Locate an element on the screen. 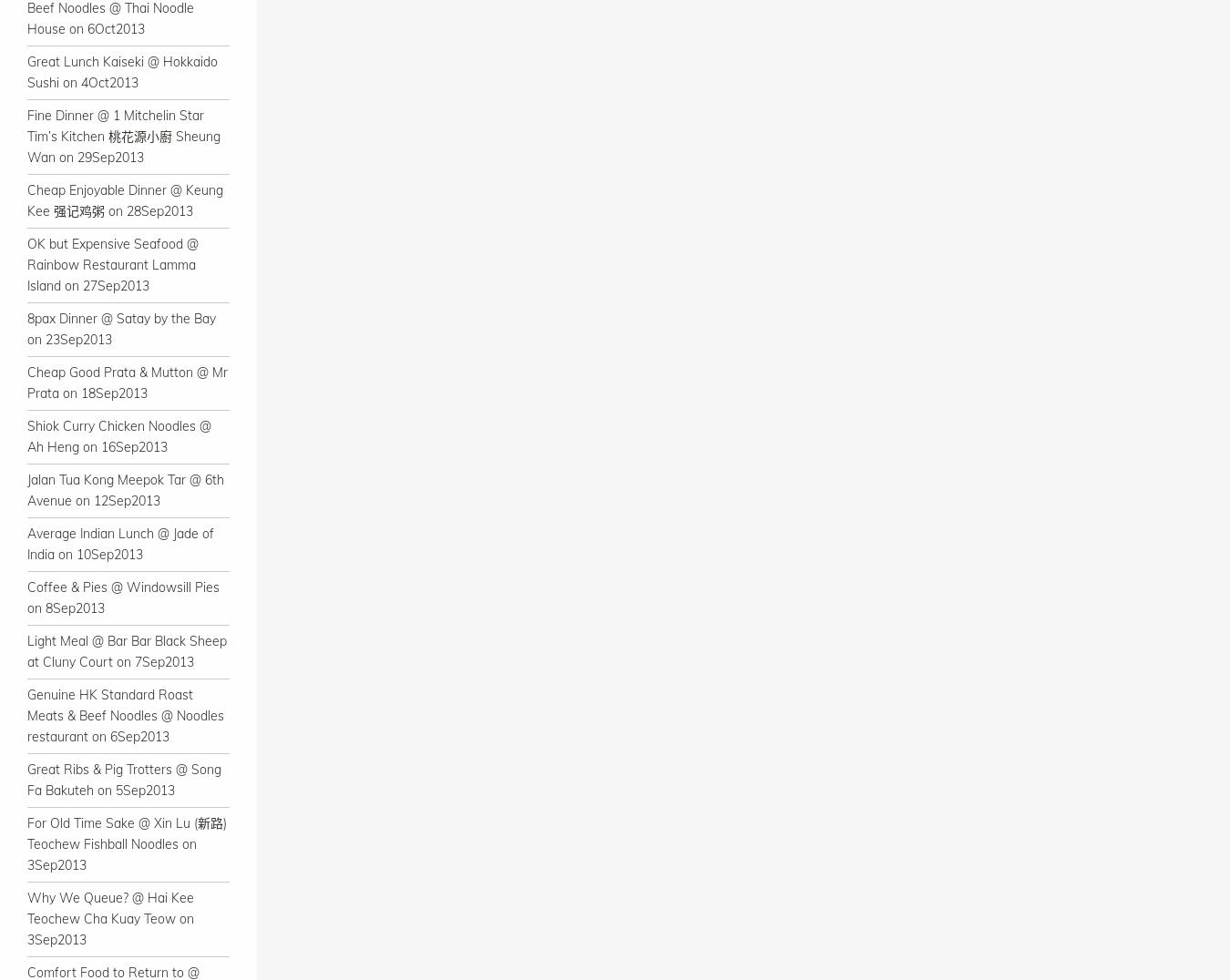  'Light Meal @ Bar Bar Black Sheep at Cluny Court on 7Sep2013' is located at coordinates (127, 651).